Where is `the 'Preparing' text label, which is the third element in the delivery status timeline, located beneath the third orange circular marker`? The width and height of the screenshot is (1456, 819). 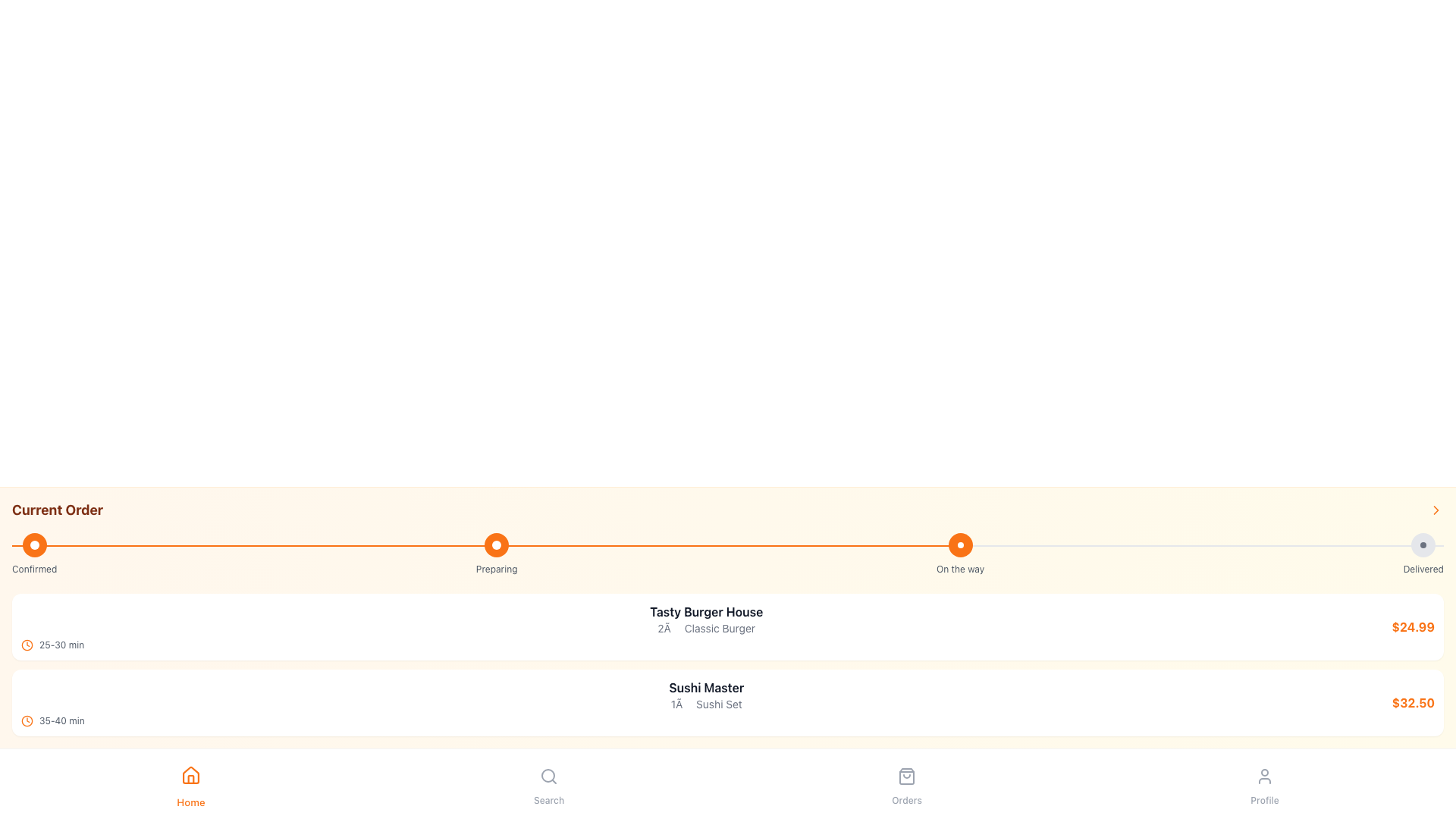 the 'Preparing' text label, which is the third element in the delivery status timeline, located beneath the third orange circular marker is located at coordinates (497, 570).